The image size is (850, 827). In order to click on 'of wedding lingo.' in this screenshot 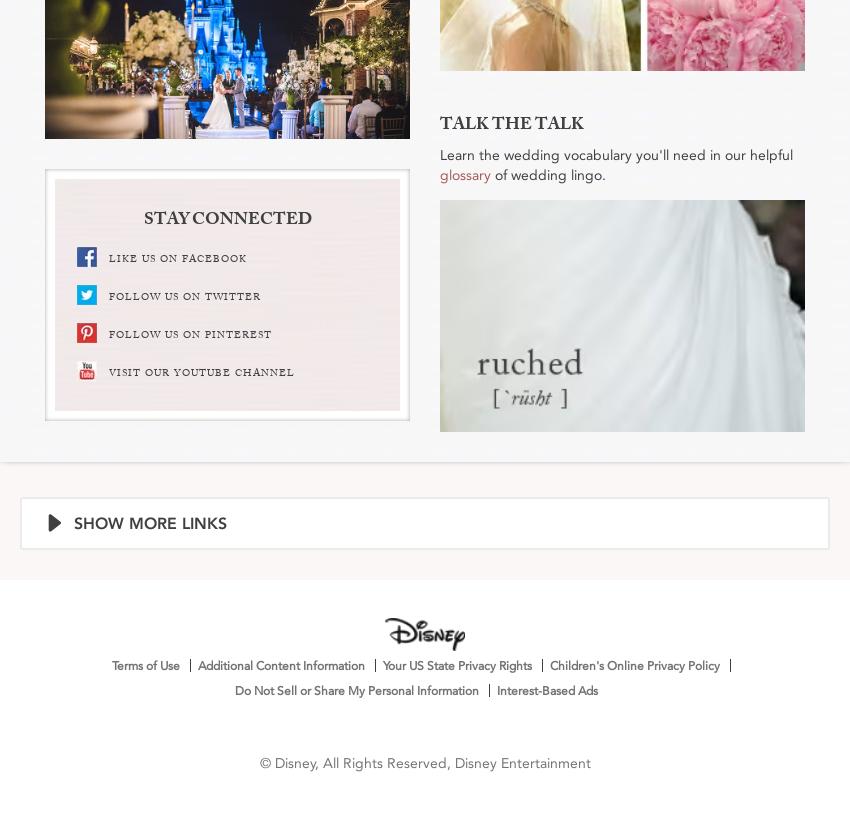, I will do `click(547, 173)`.